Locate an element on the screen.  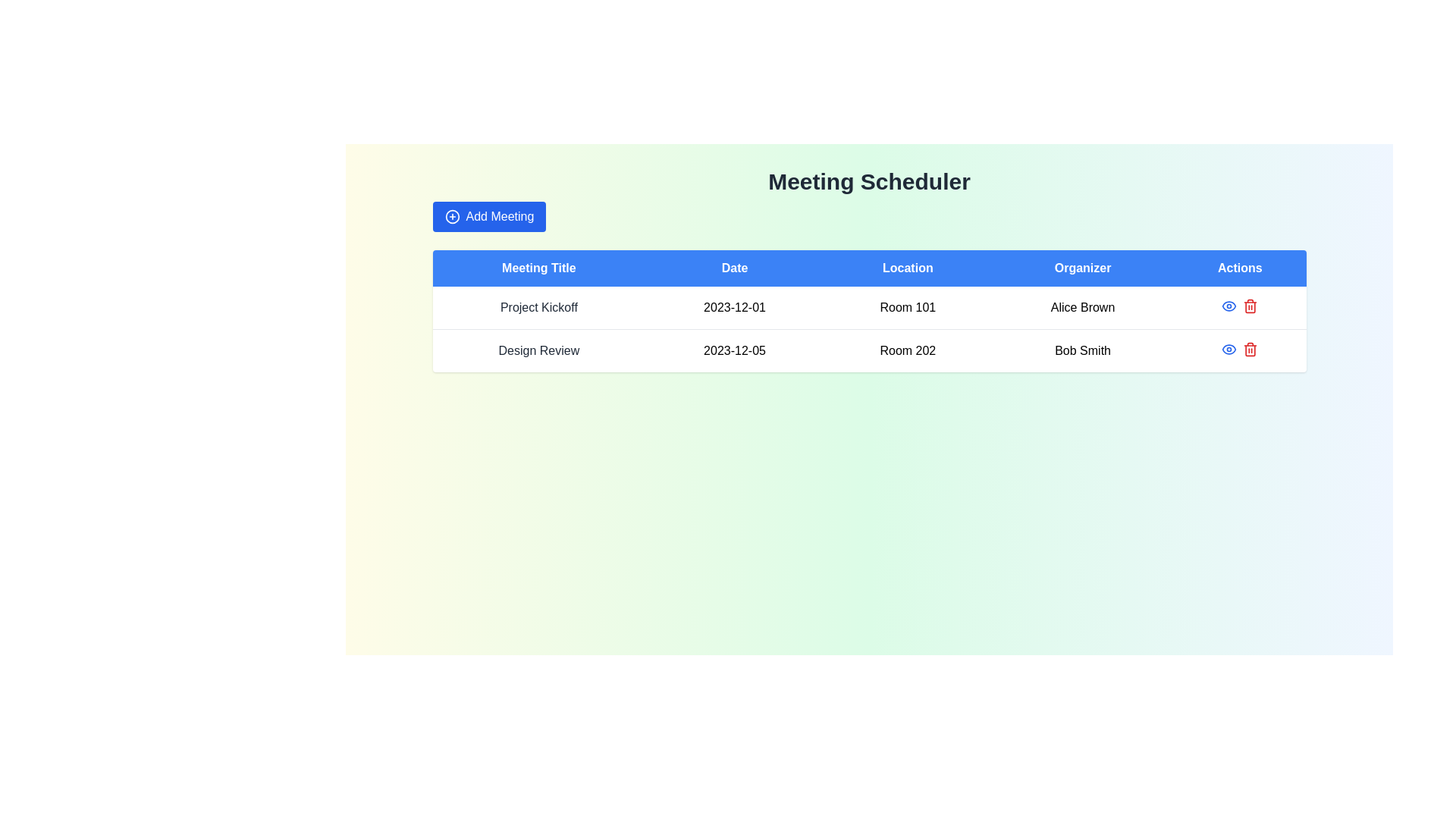
the trash can icon in the 'Actions' column of the second row is located at coordinates (1250, 350).